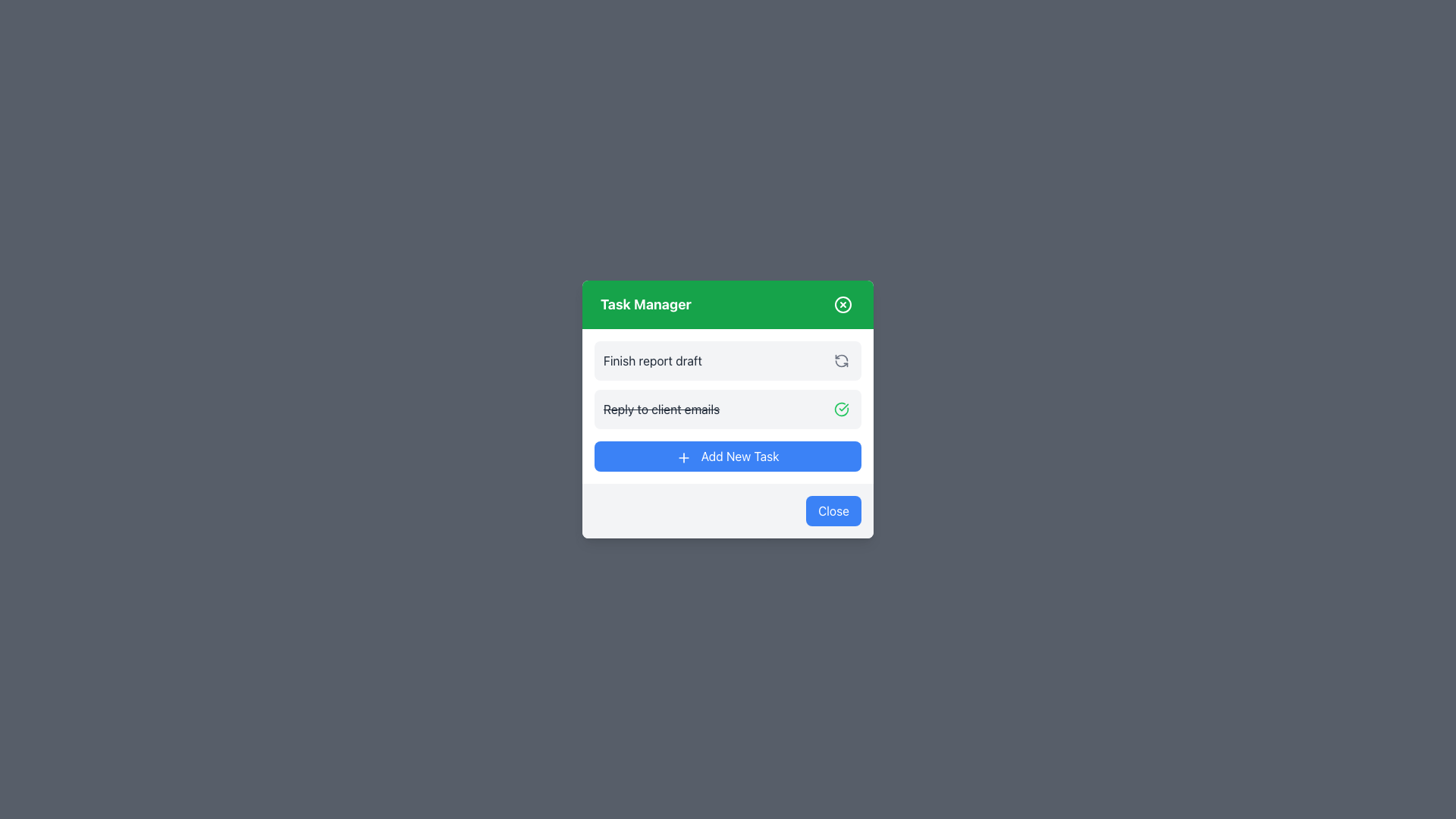 The image size is (1456, 819). What do you see at coordinates (843, 304) in the screenshot?
I see `the close button located at the top-right corner of the 'Task Manager' interface to trigger a visual interaction` at bounding box center [843, 304].